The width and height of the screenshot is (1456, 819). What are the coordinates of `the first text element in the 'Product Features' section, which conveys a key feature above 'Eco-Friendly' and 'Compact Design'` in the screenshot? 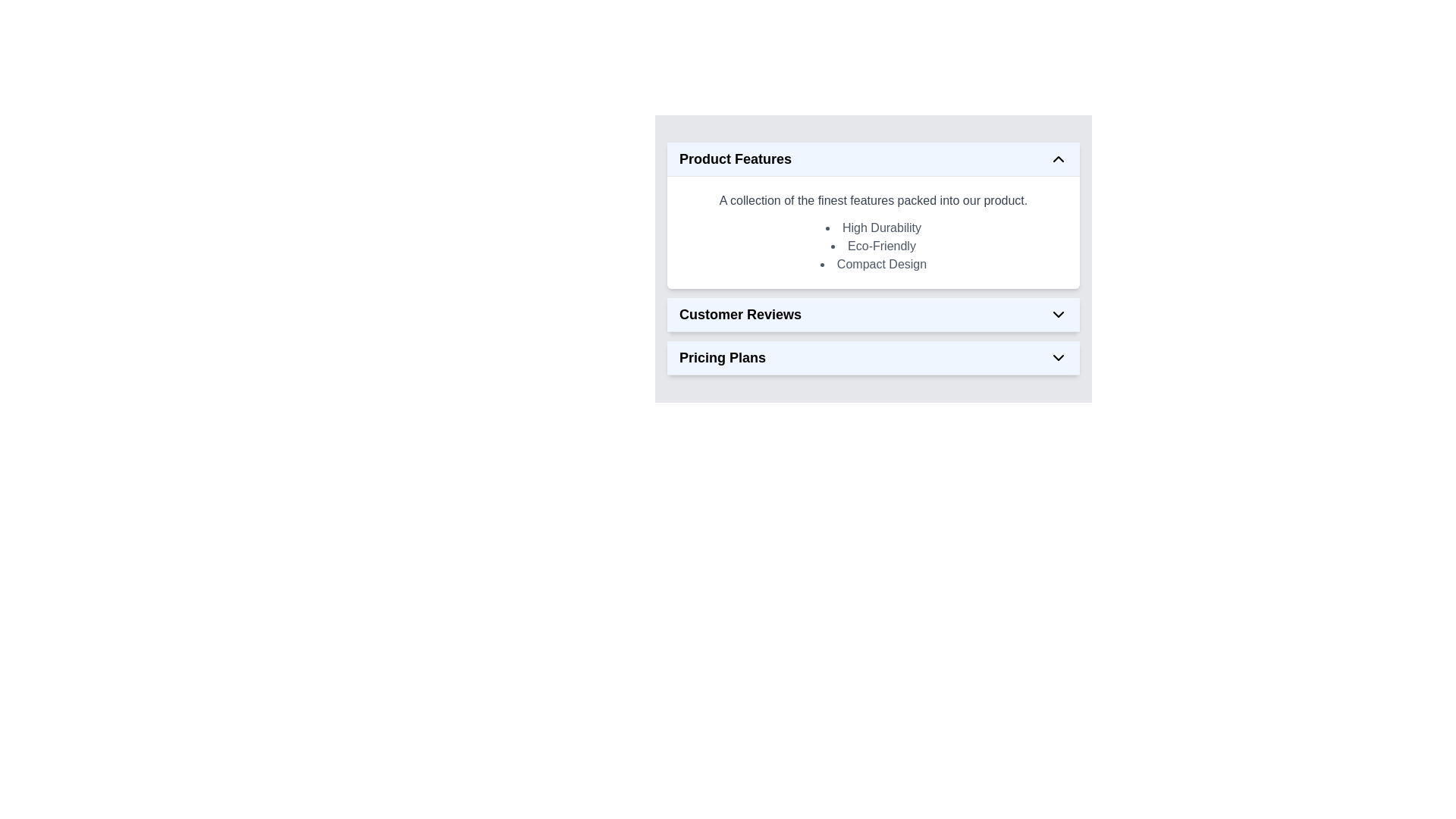 It's located at (874, 227).